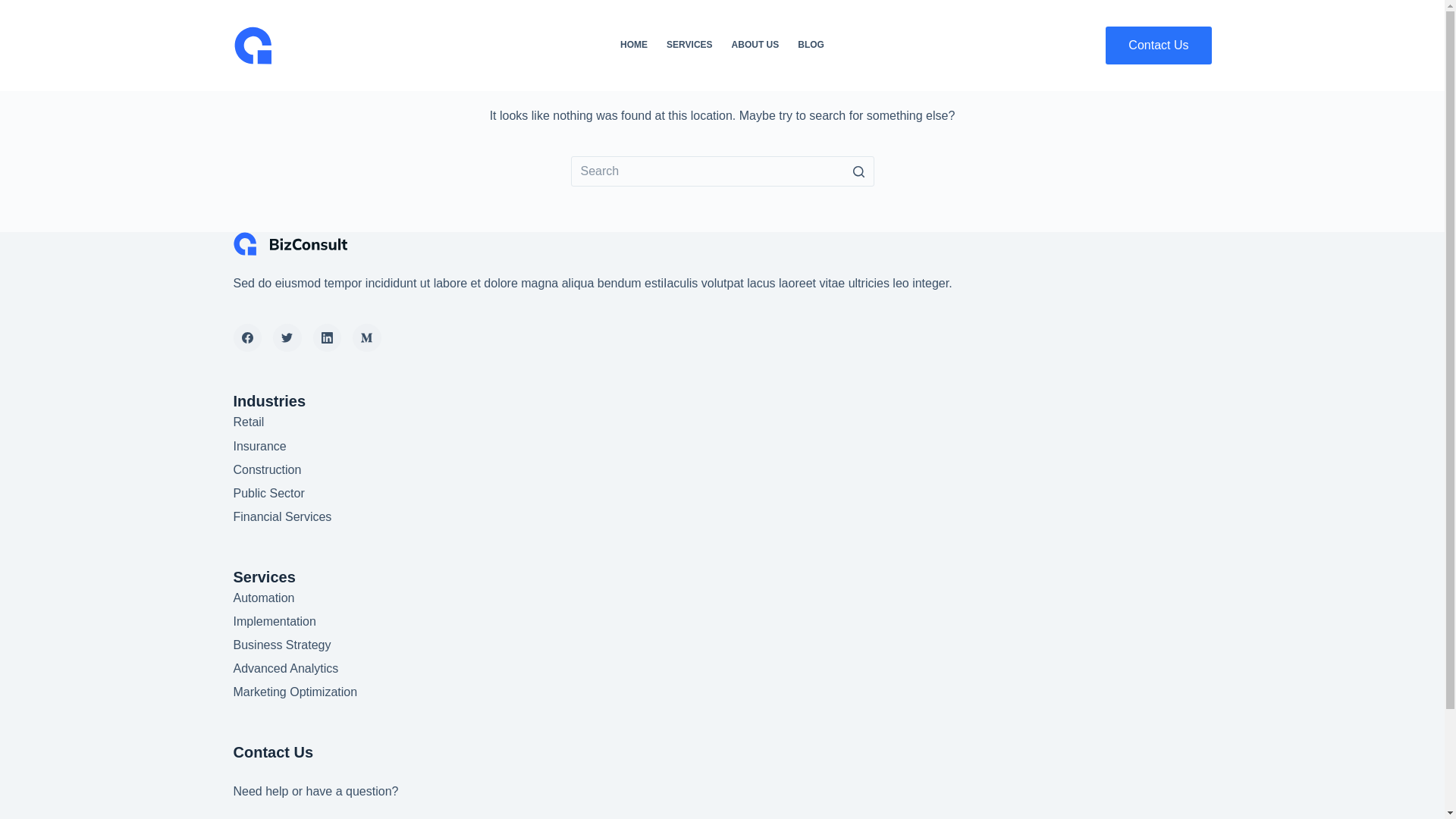  Describe the element at coordinates (0, 8) in the screenshot. I see `'Skip to content'` at that location.